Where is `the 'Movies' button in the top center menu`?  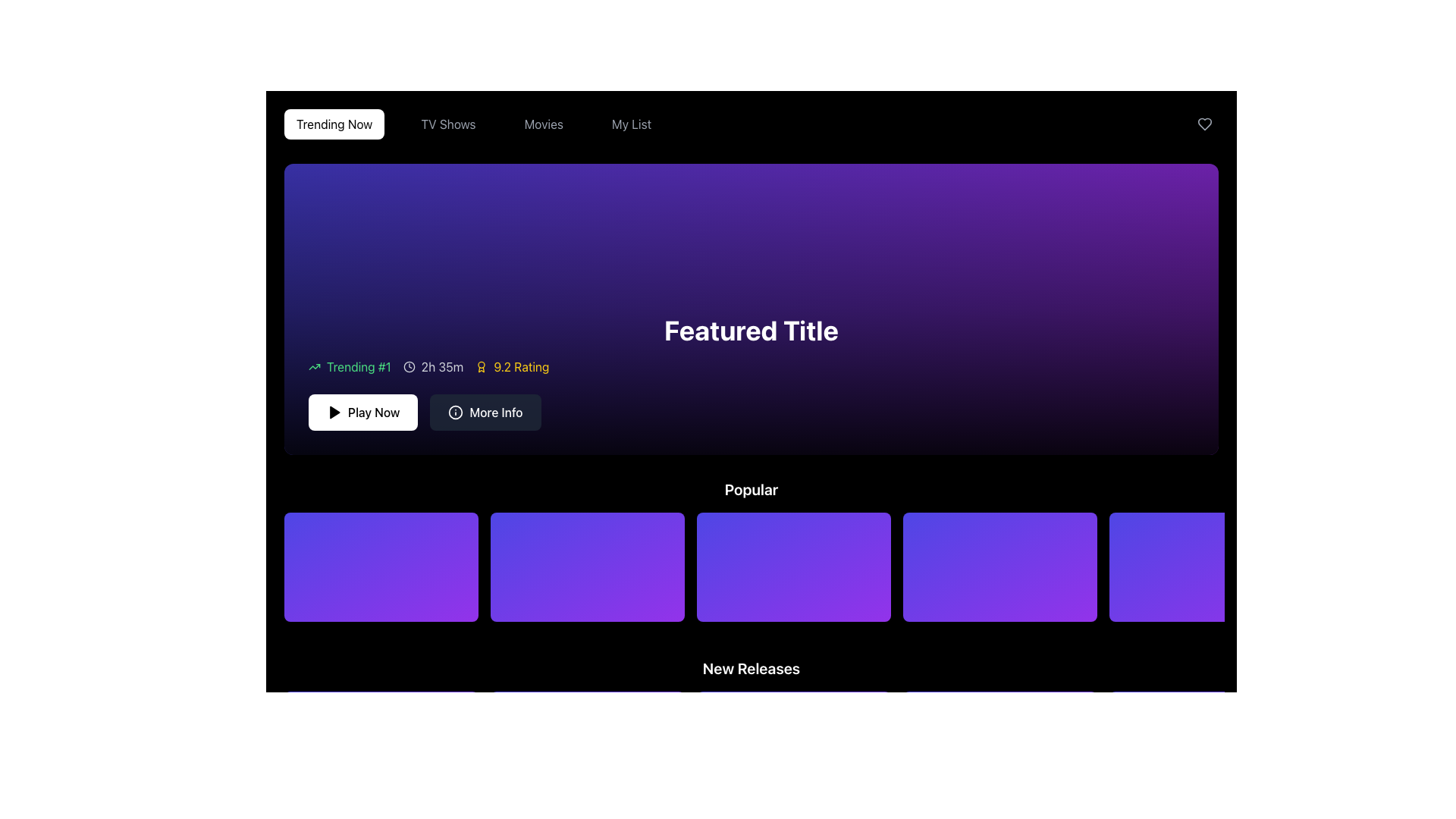 the 'Movies' button in the top center menu is located at coordinates (544, 124).